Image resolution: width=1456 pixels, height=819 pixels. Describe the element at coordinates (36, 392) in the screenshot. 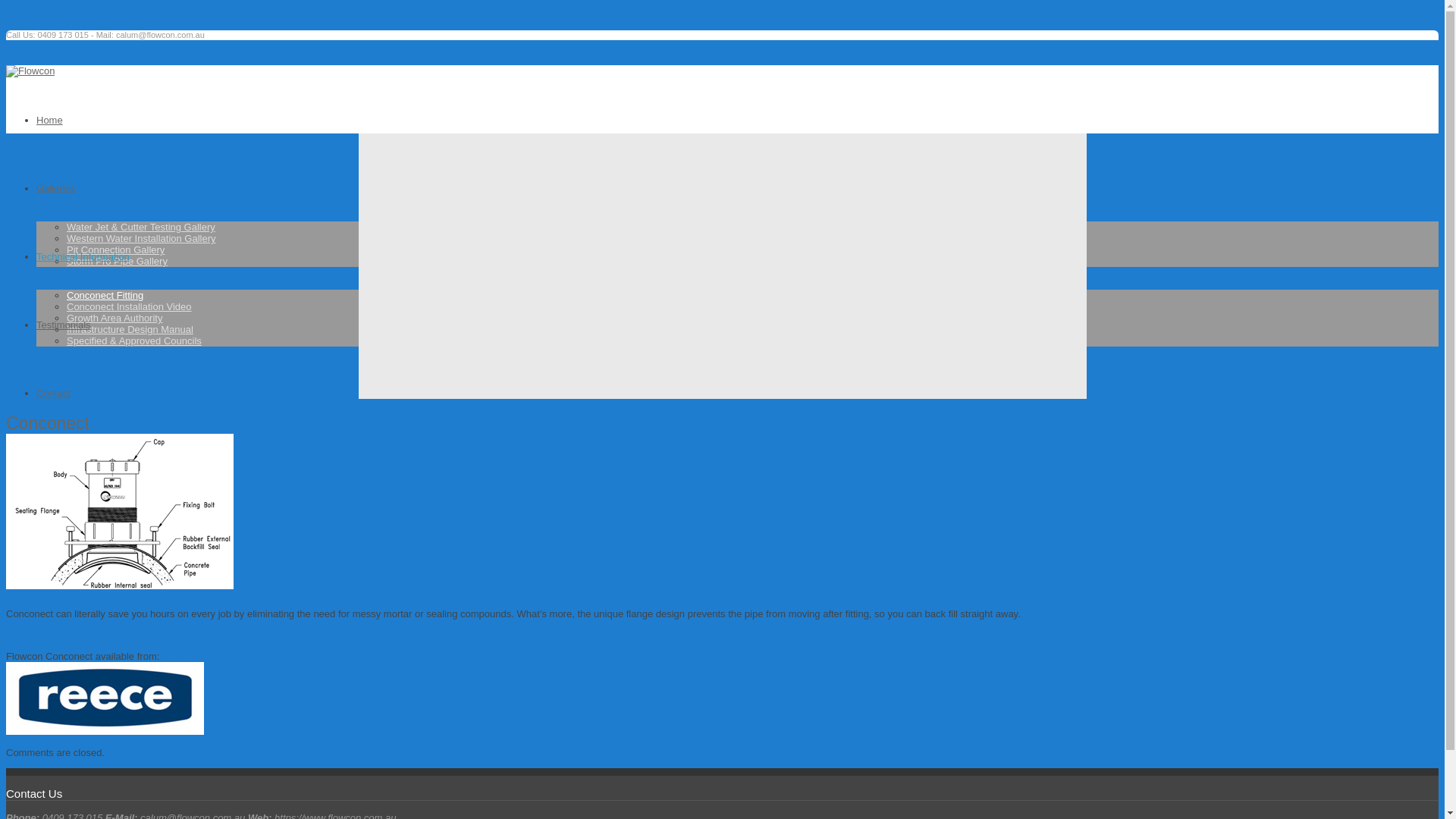

I see `'Contact'` at that location.